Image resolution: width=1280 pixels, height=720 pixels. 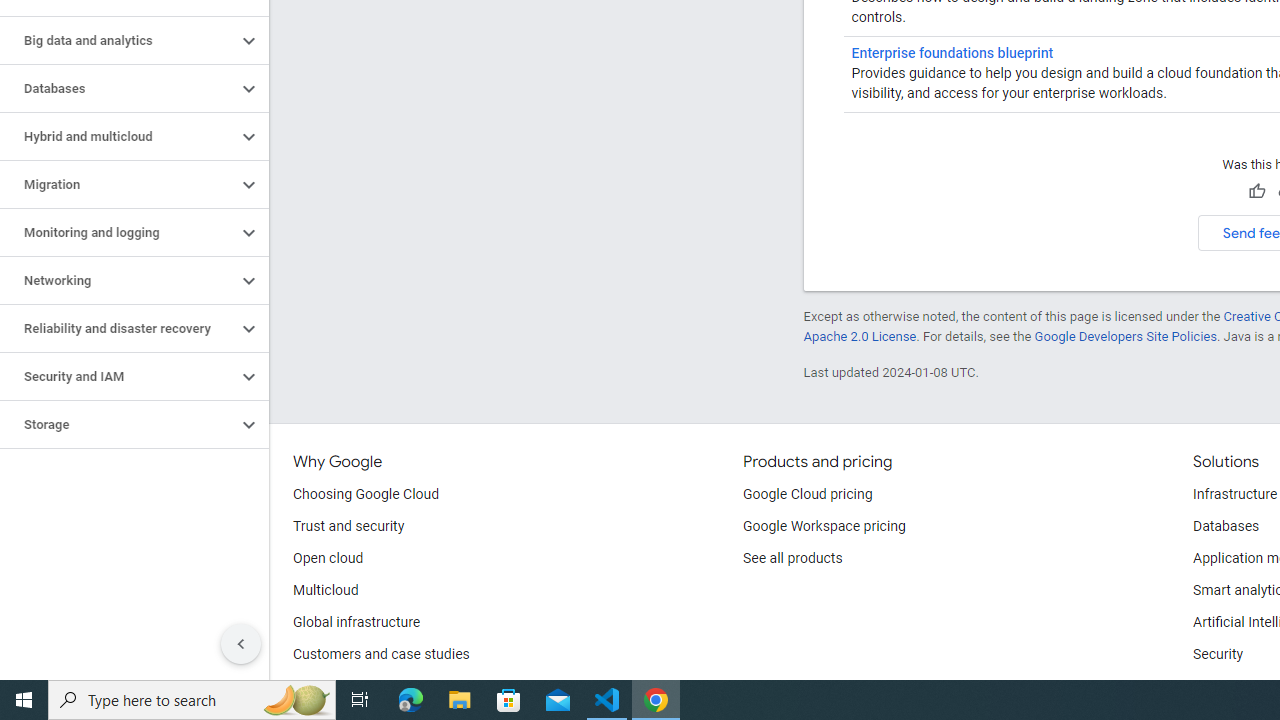 What do you see at coordinates (340, 685) in the screenshot?
I see `'Analyst reports'` at bounding box center [340, 685].